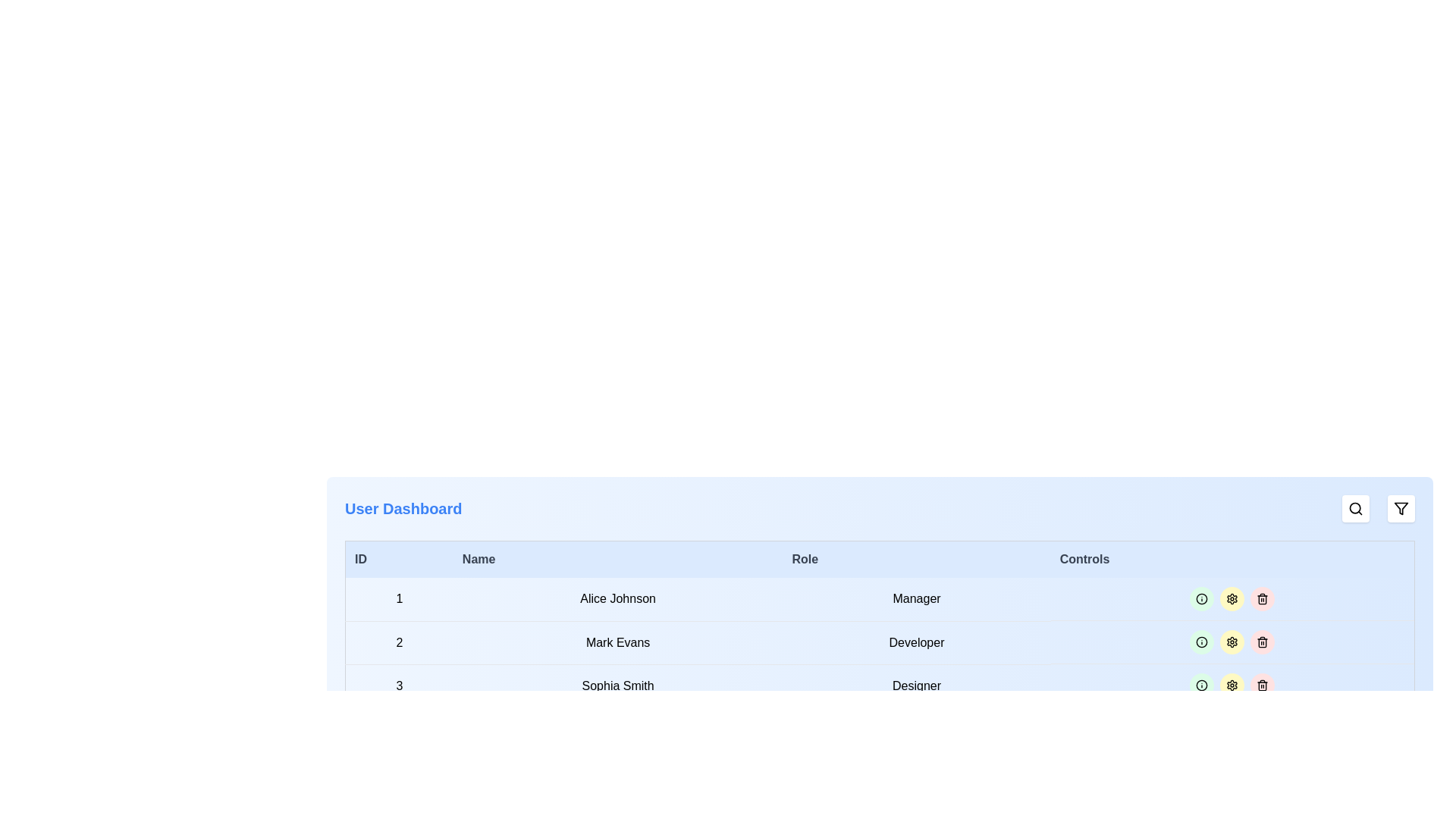 This screenshot has height=819, width=1456. What do you see at coordinates (1232, 685) in the screenshot?
I see `the gear or settings icon located in the bottom-most row of the 'Controls' column in the user dashboard` at bounding box center [1232, 685].